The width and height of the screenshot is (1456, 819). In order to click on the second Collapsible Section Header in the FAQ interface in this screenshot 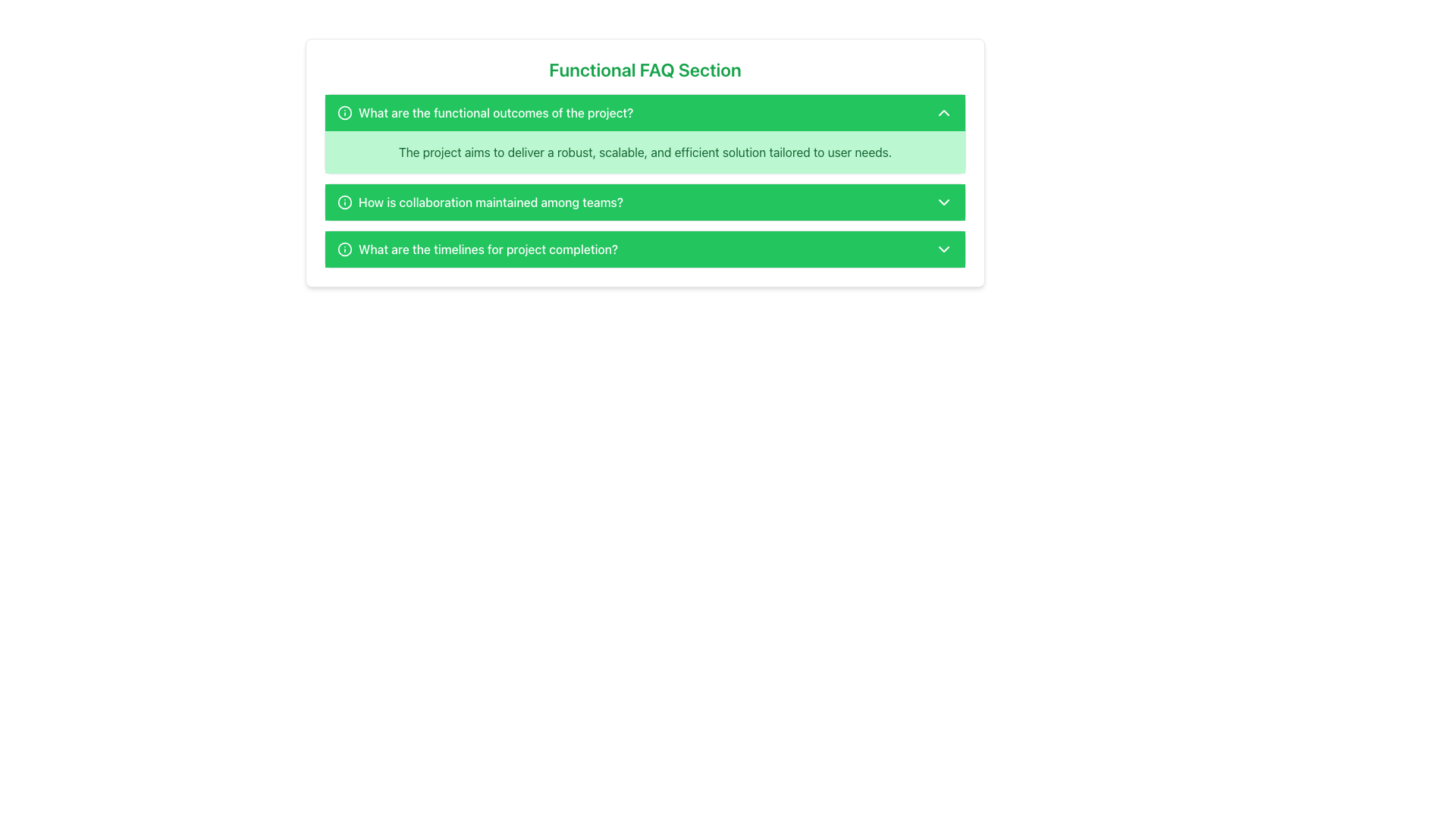, I will do `click(645, 201)`.